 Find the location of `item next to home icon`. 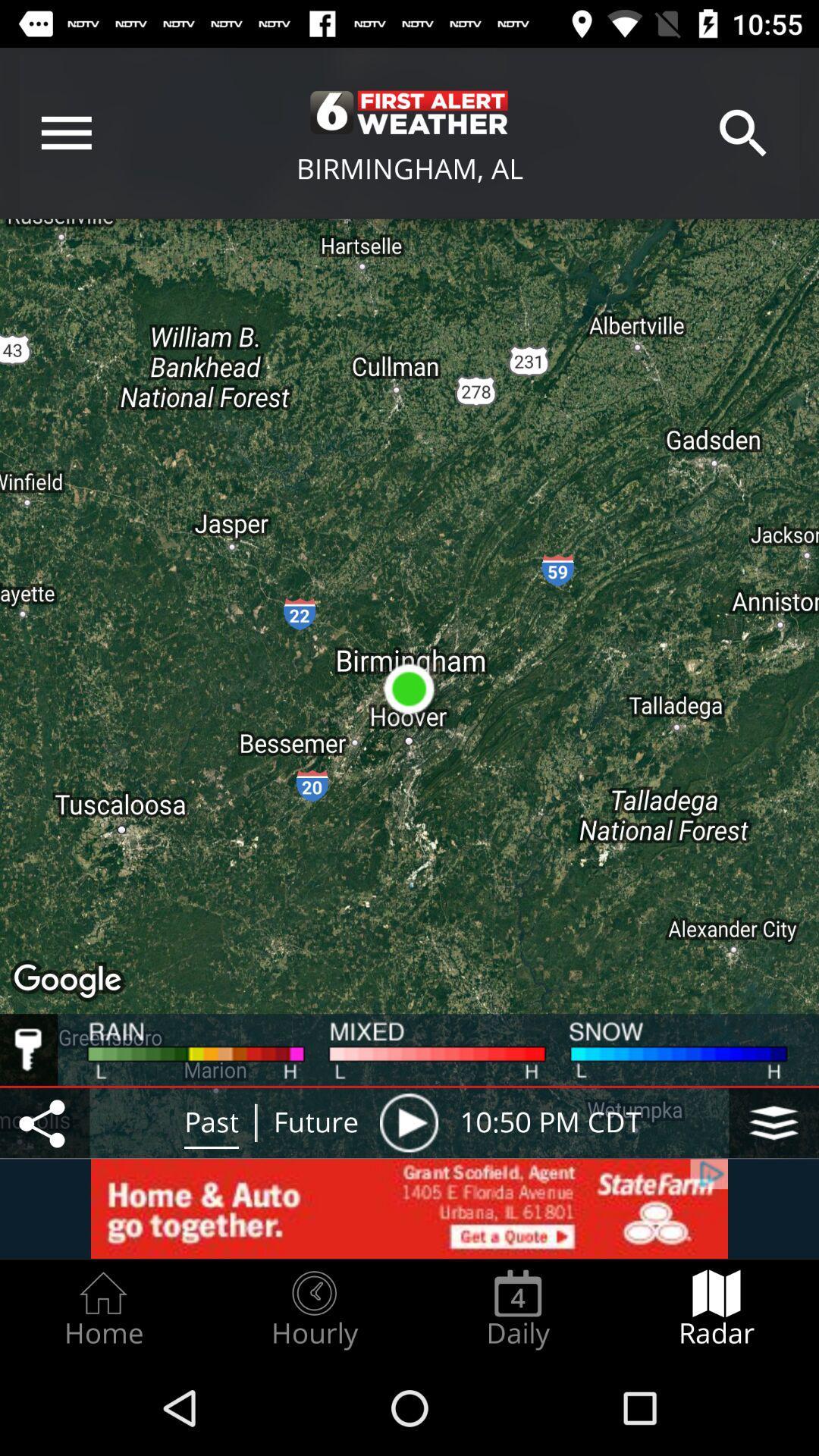

item next to home icon is located at coordinates (313, 1309).